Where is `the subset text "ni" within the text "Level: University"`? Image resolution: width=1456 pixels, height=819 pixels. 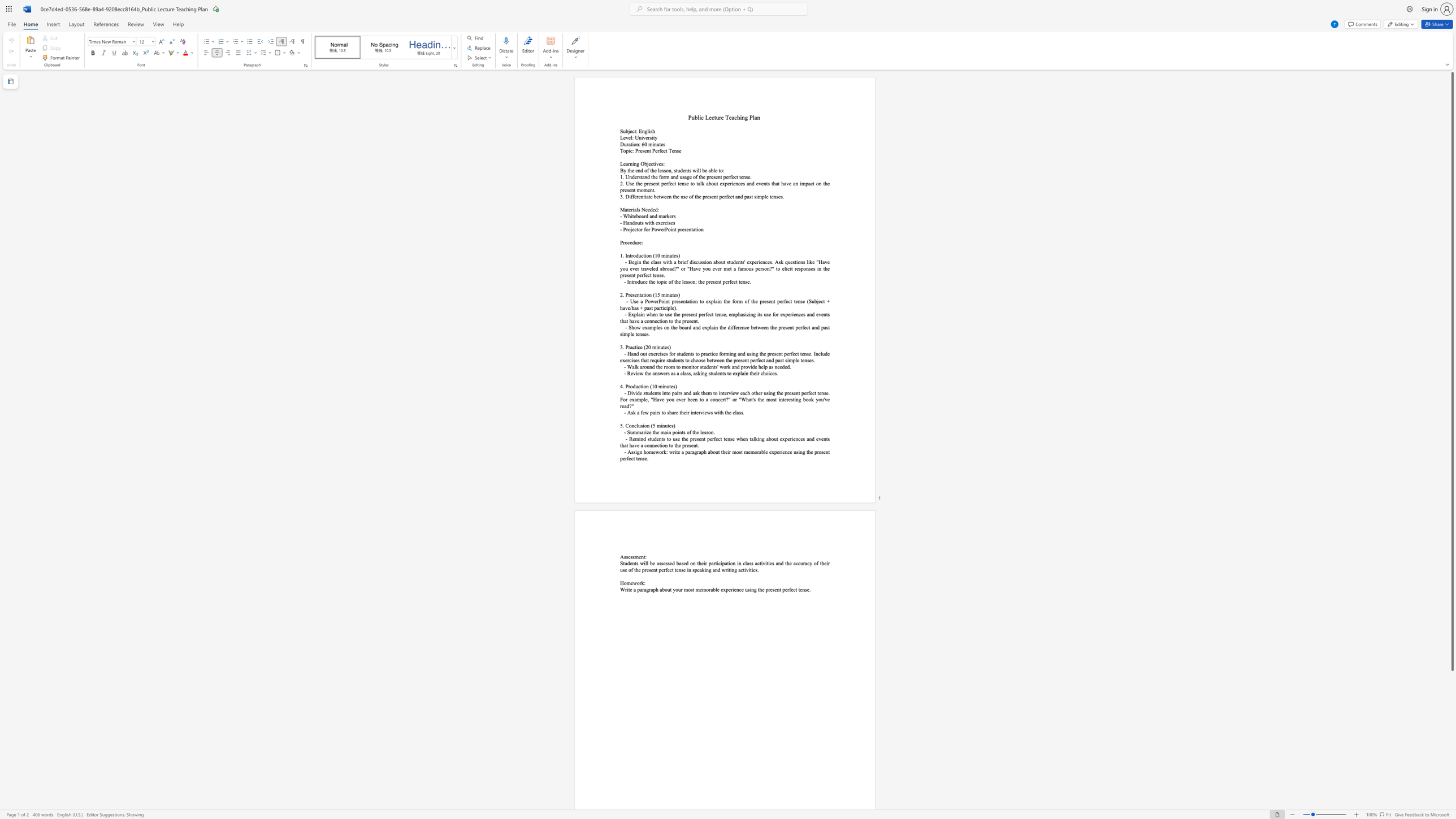 the subset text "ni" within the text "Level: University" is located at coordinates (638, 137).